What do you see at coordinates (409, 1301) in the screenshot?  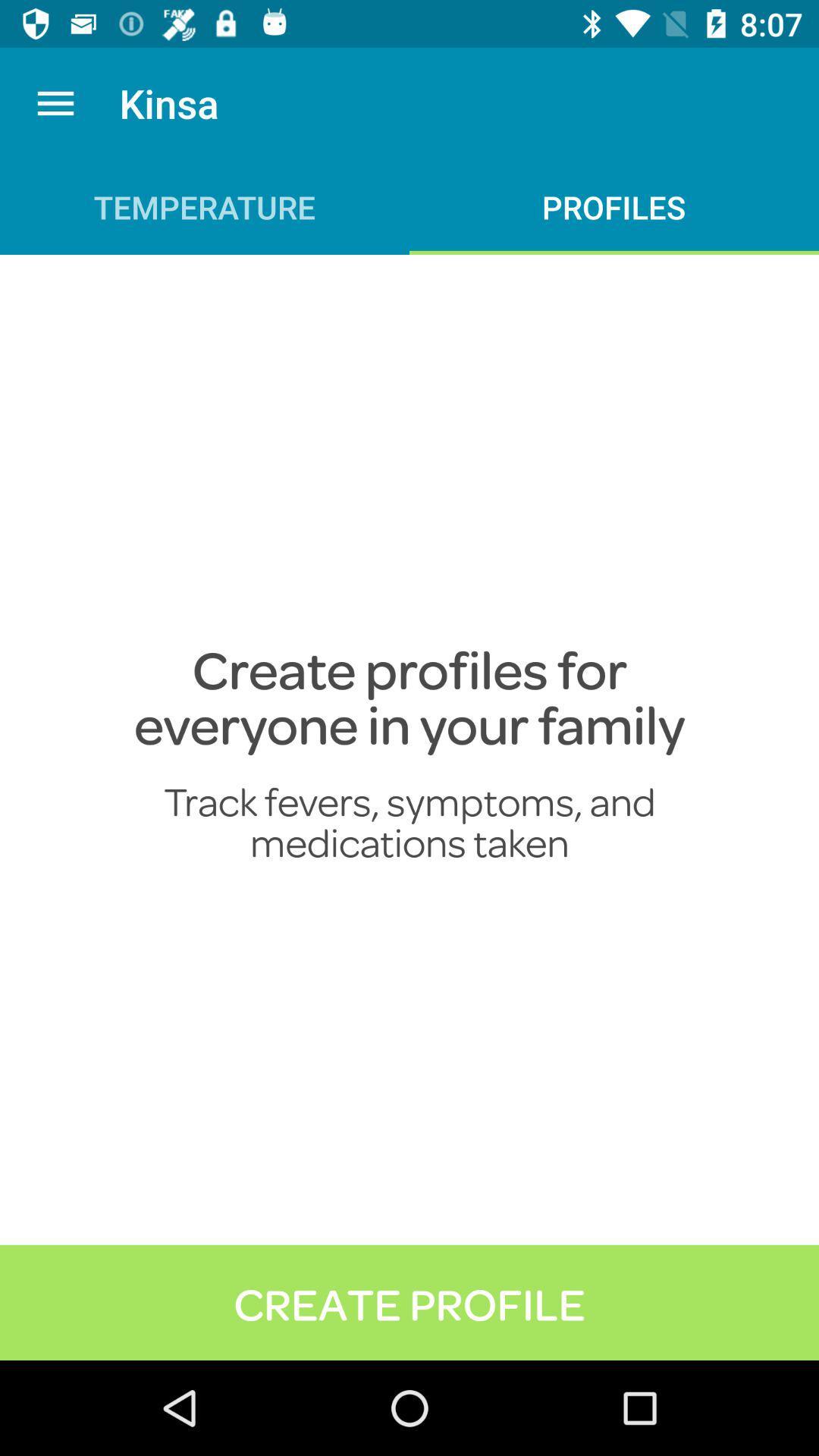 I see `the item below track fevers symptoms icon` at bounding box center [409, 1301].